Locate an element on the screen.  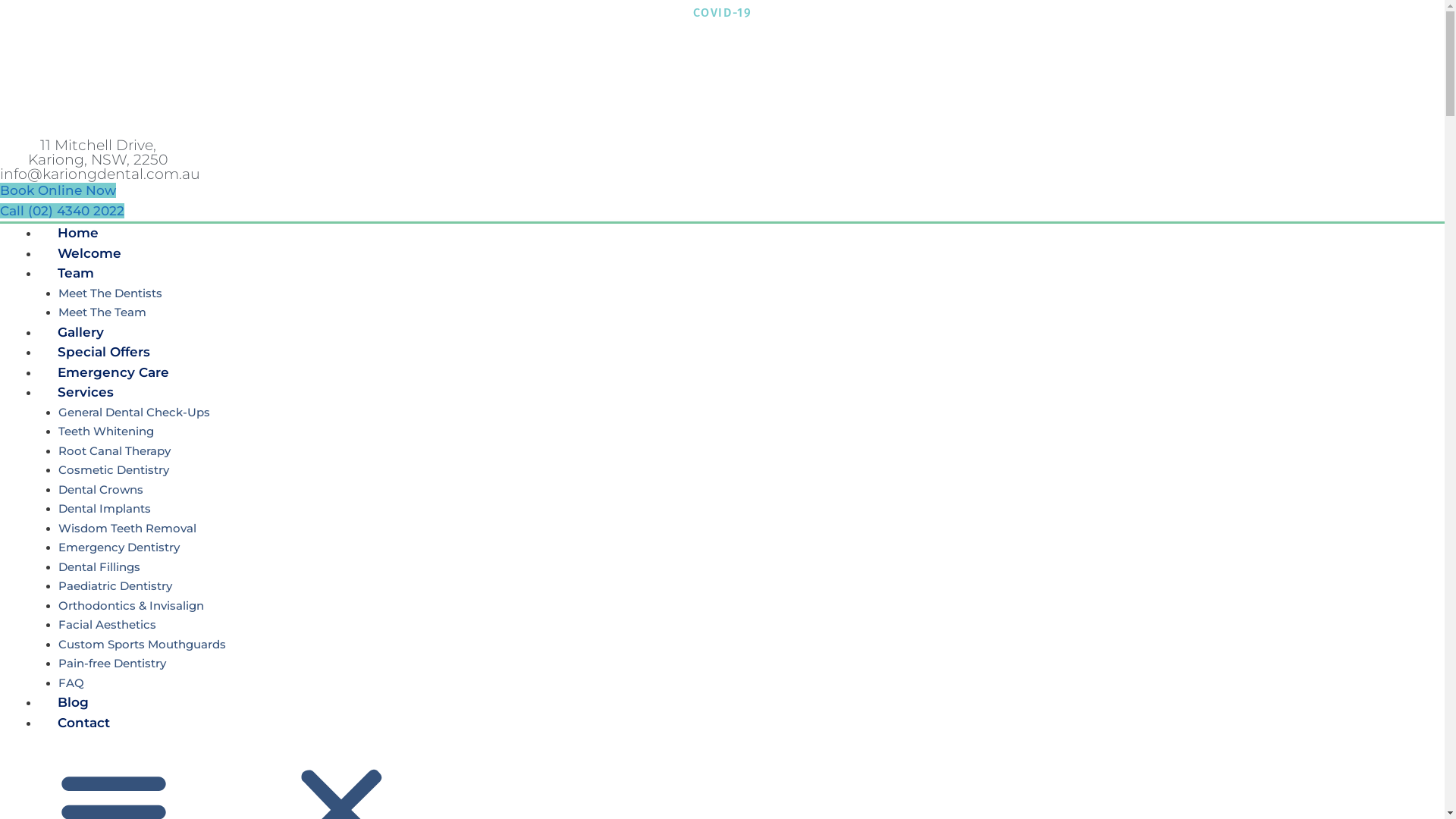
'FAQ' is located at coordinates (69, 681).